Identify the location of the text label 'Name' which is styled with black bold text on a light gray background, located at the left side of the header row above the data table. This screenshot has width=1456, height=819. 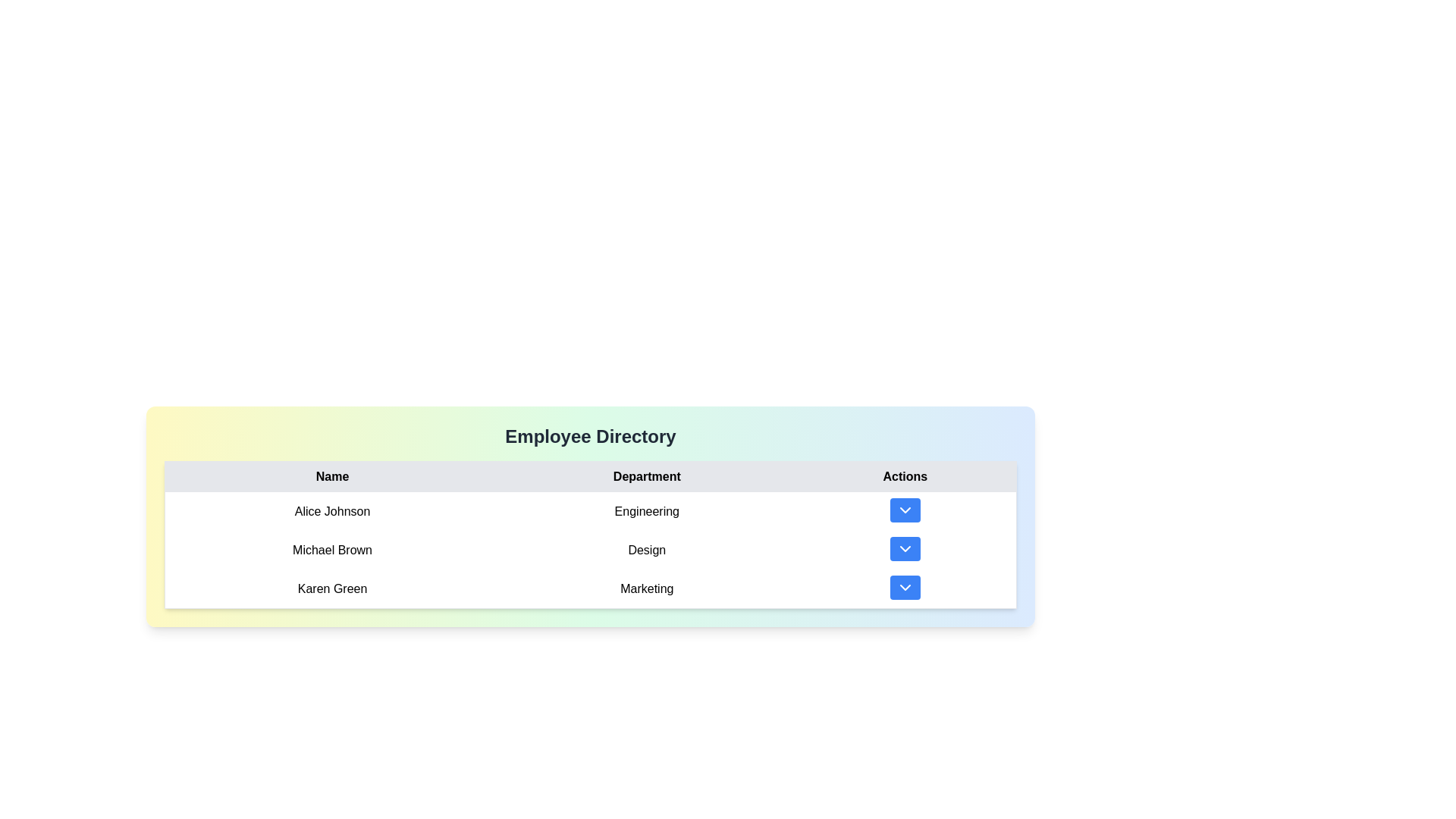
(331, 475).